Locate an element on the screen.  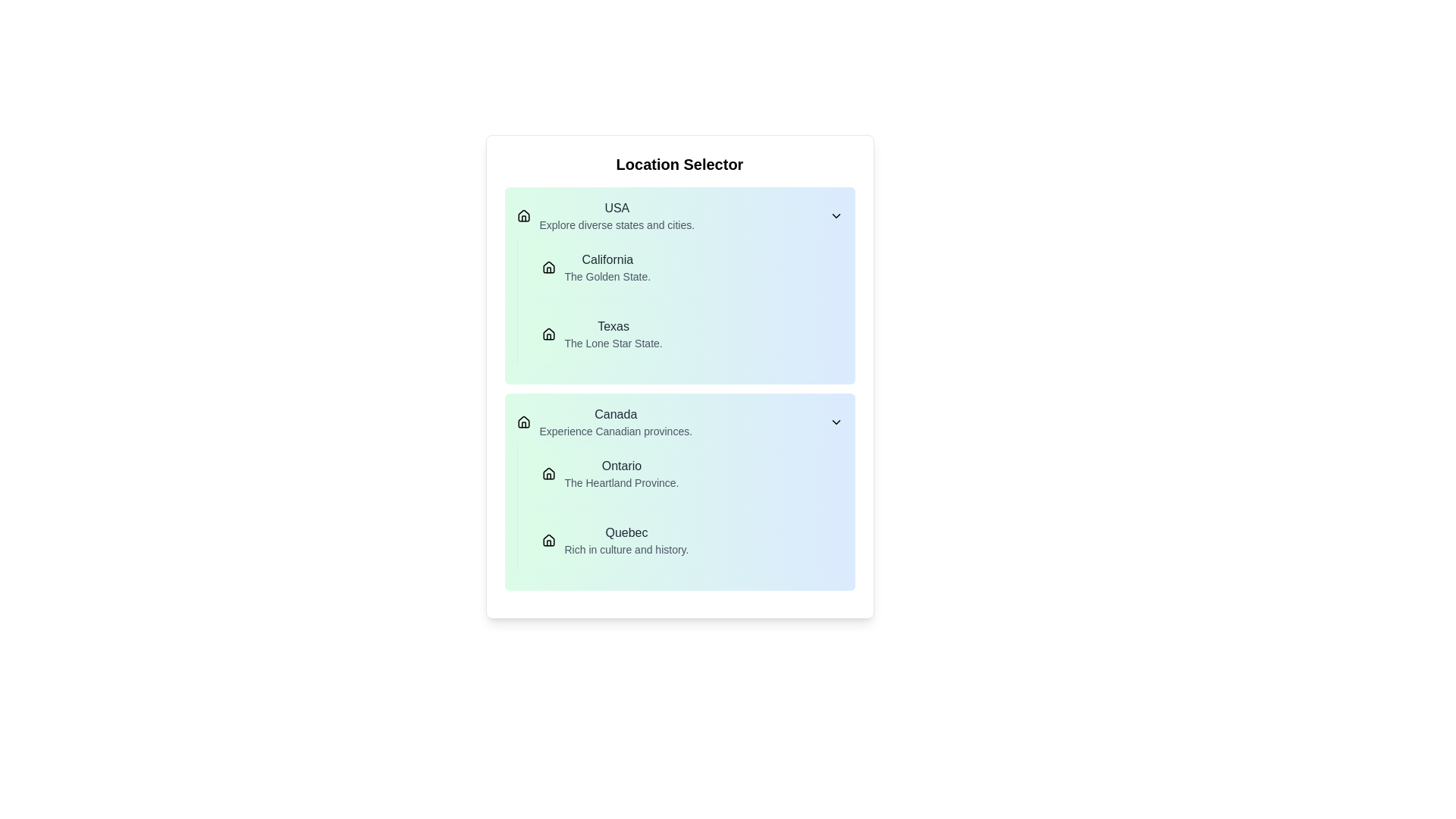
the composite text element containing the title 'Ontario' and the subtitle 'The Heartland Province' located in the dropdown menu under the 'Canada' category is located at coordinates (622, 472).